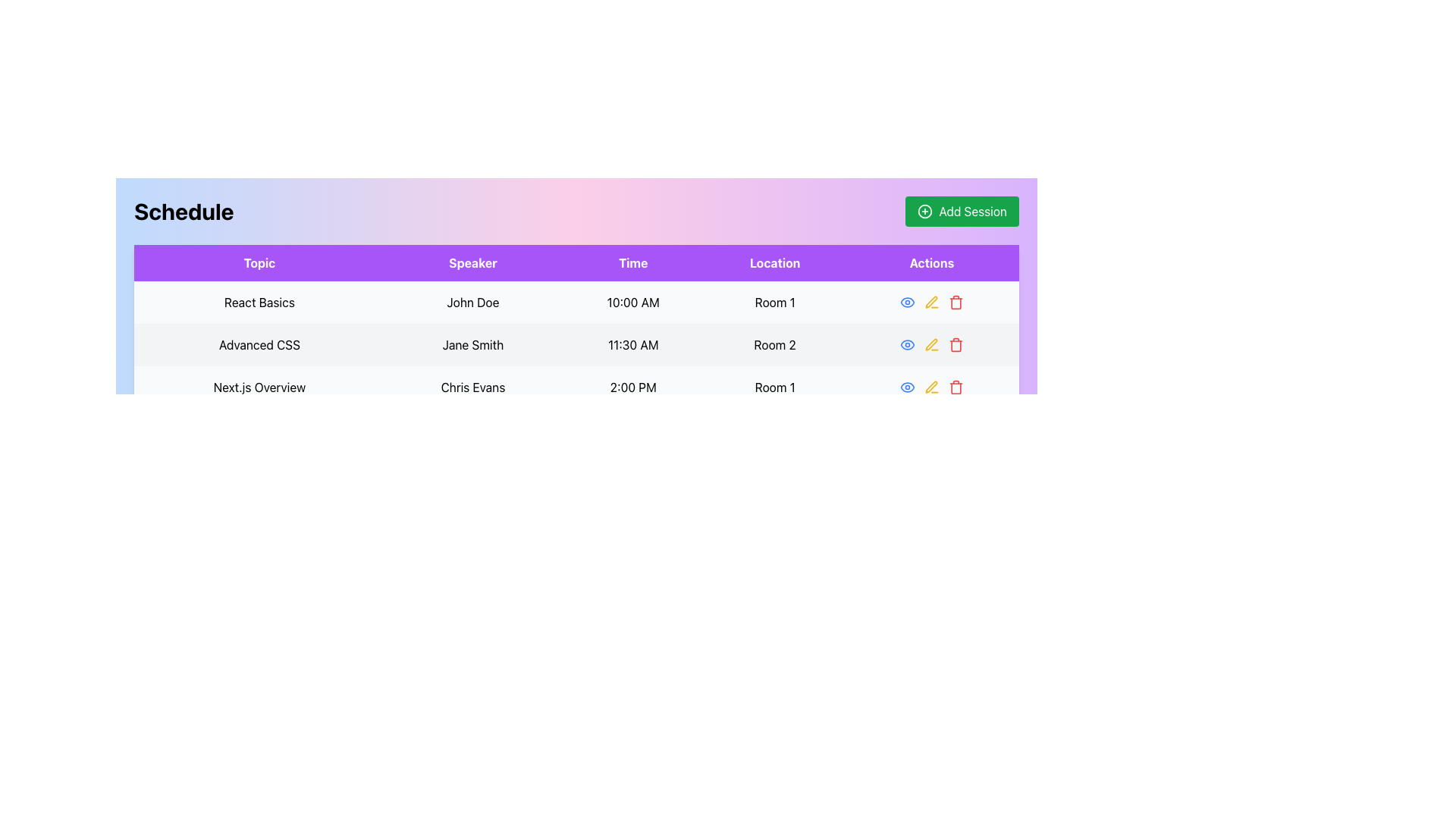 Image resolution: width=1456 pixels, height=819 pixels. Describe the element at coordinates (259, 386) in the screenshot. I see `the text label reading 'Next.js Overview' located in the first column of the third row of the table` at that location.